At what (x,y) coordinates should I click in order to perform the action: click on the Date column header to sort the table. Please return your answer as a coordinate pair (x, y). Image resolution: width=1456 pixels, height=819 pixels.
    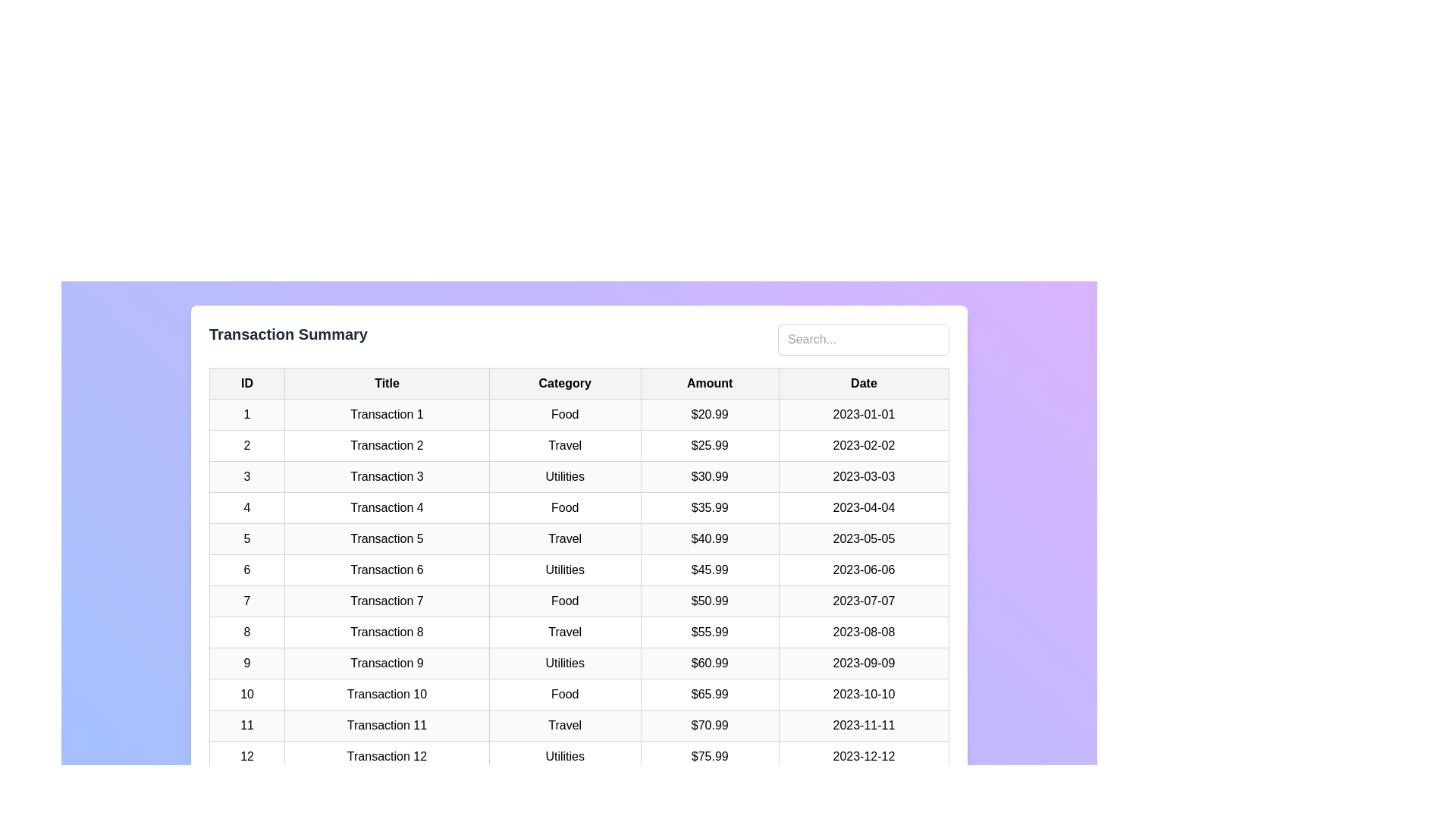
    Looking at the image, I should click on (864, 382).